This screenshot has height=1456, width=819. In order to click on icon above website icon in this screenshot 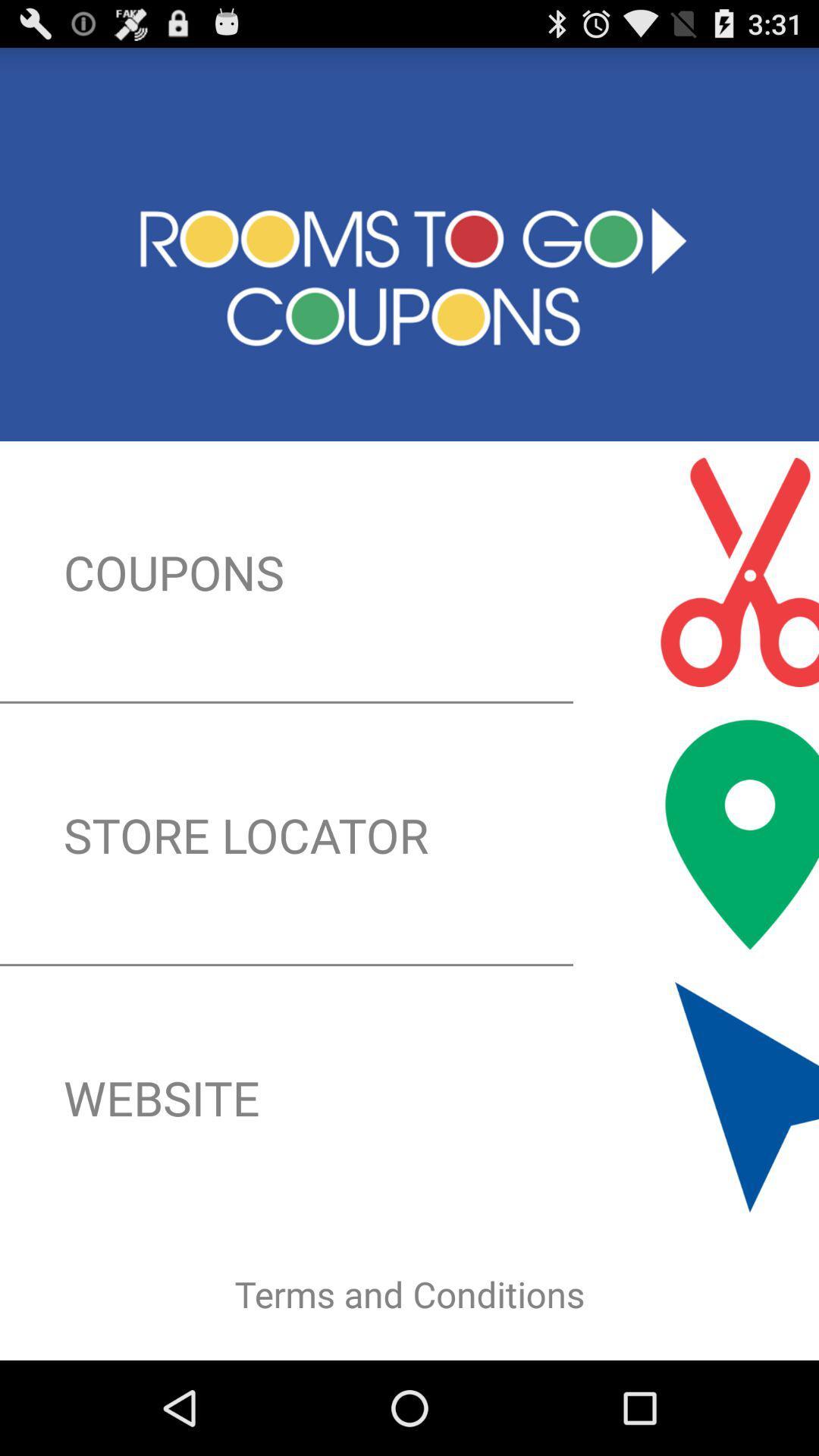, I will do `click(409, 833)`.